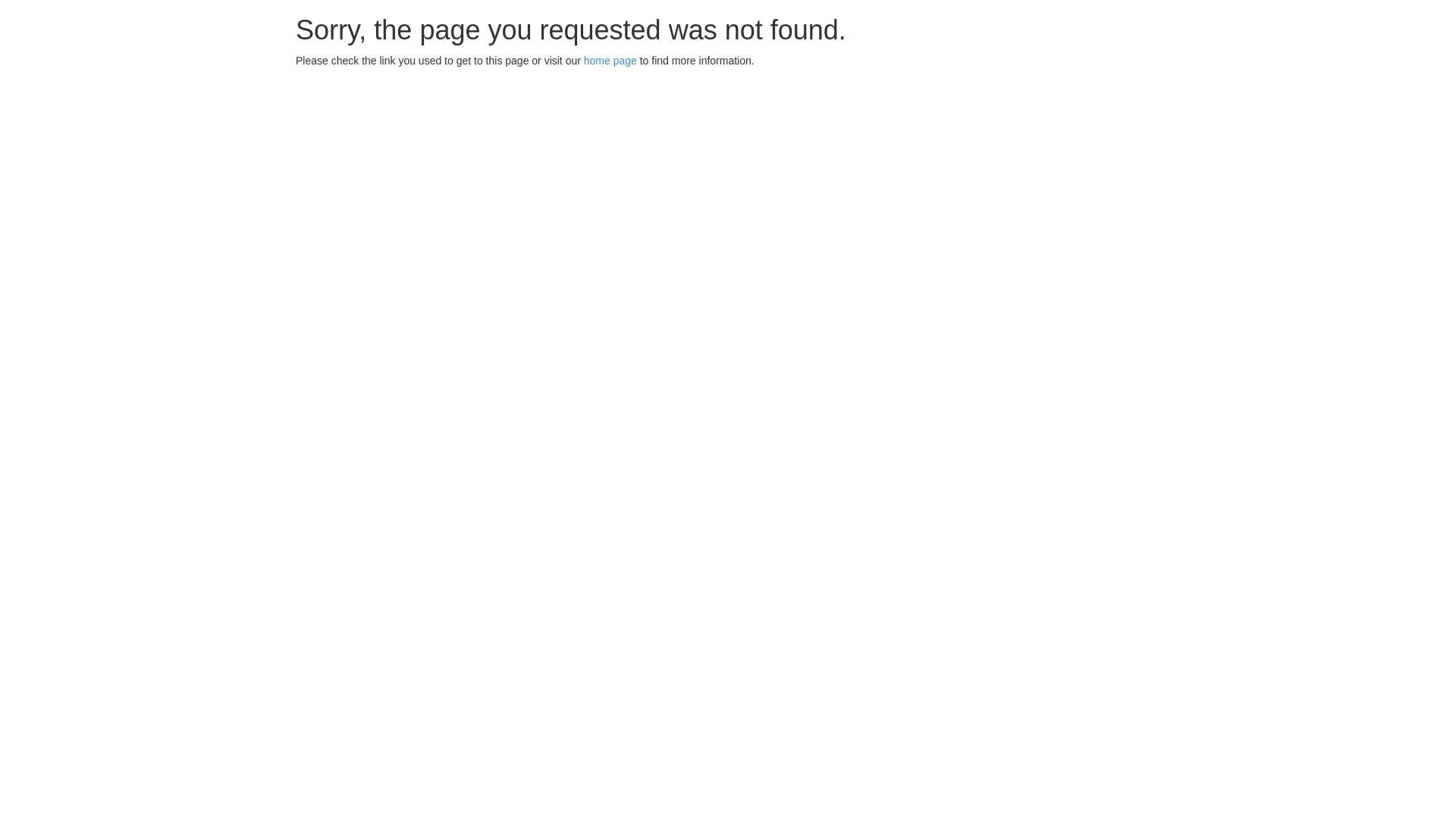 This screenshot has width=1456, height=819. I want to click on 'home page', so click(610, 60).